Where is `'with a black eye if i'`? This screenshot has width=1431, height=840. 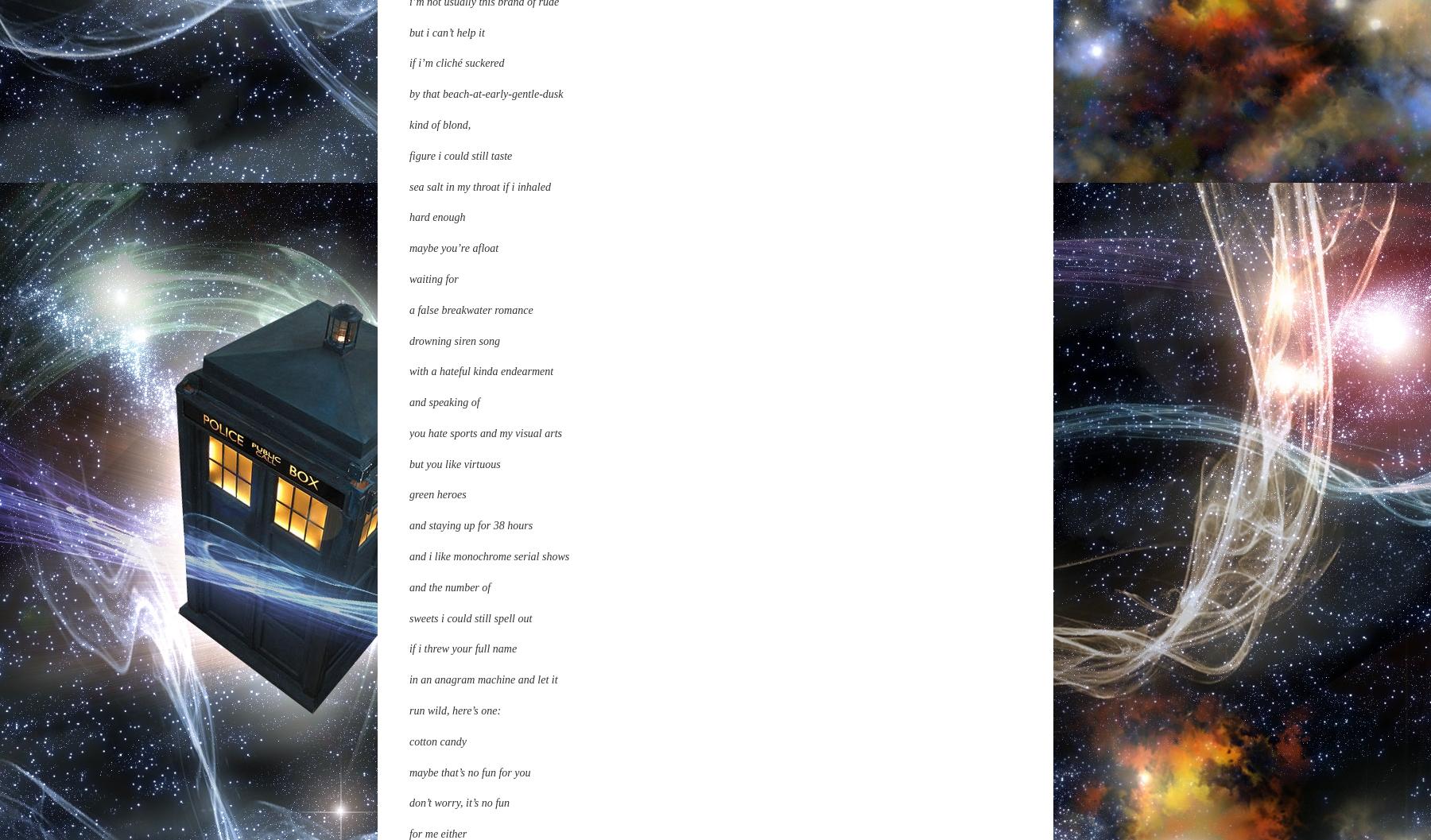 'with a black eye if i' is located at coordinates (452, 583).